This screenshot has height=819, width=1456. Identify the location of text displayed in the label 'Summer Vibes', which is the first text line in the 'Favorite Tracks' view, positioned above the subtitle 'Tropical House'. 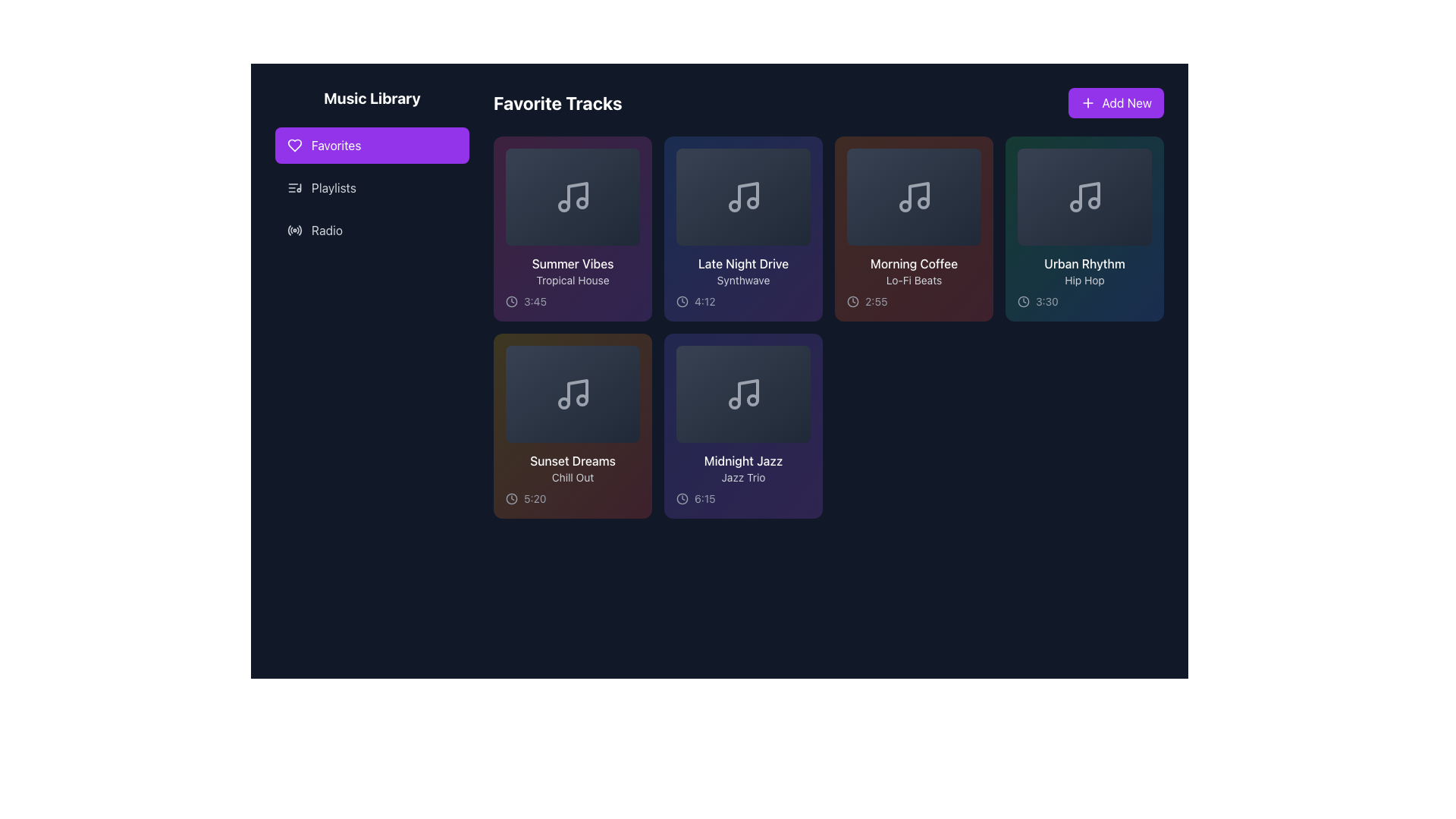
(572, 262).